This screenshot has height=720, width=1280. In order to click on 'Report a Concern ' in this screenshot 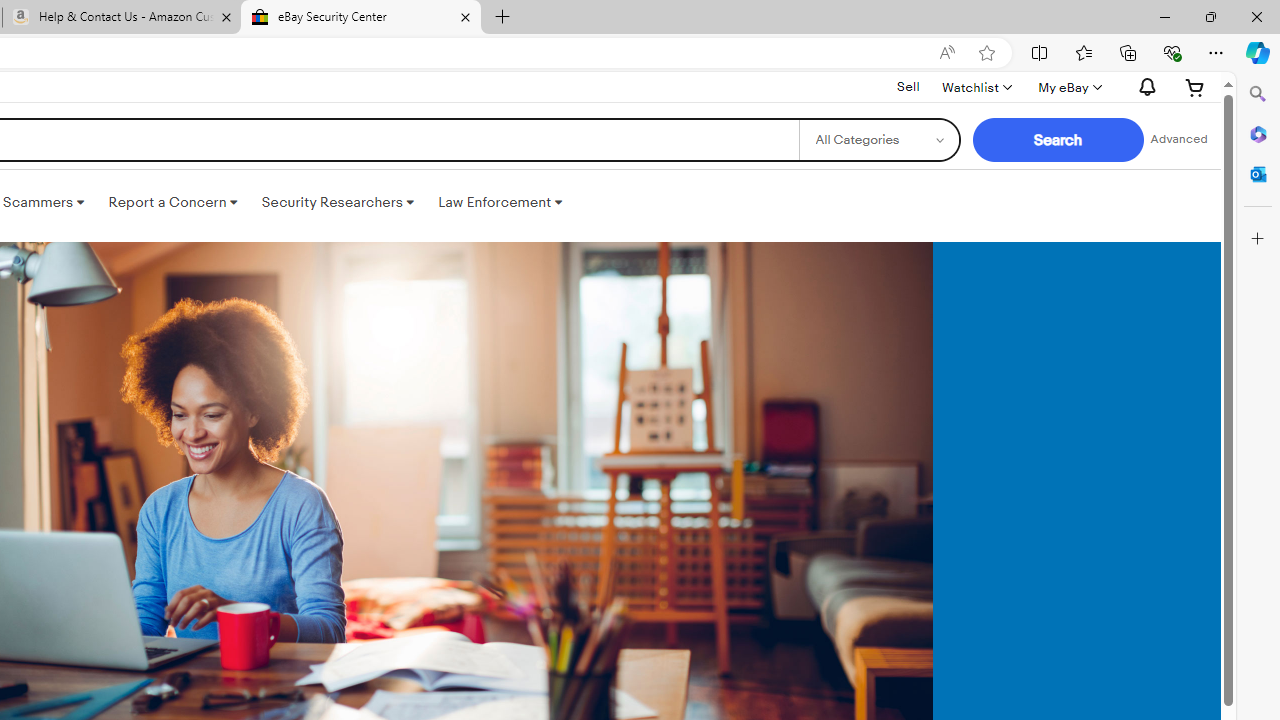, I will do `click(173, 203)`.